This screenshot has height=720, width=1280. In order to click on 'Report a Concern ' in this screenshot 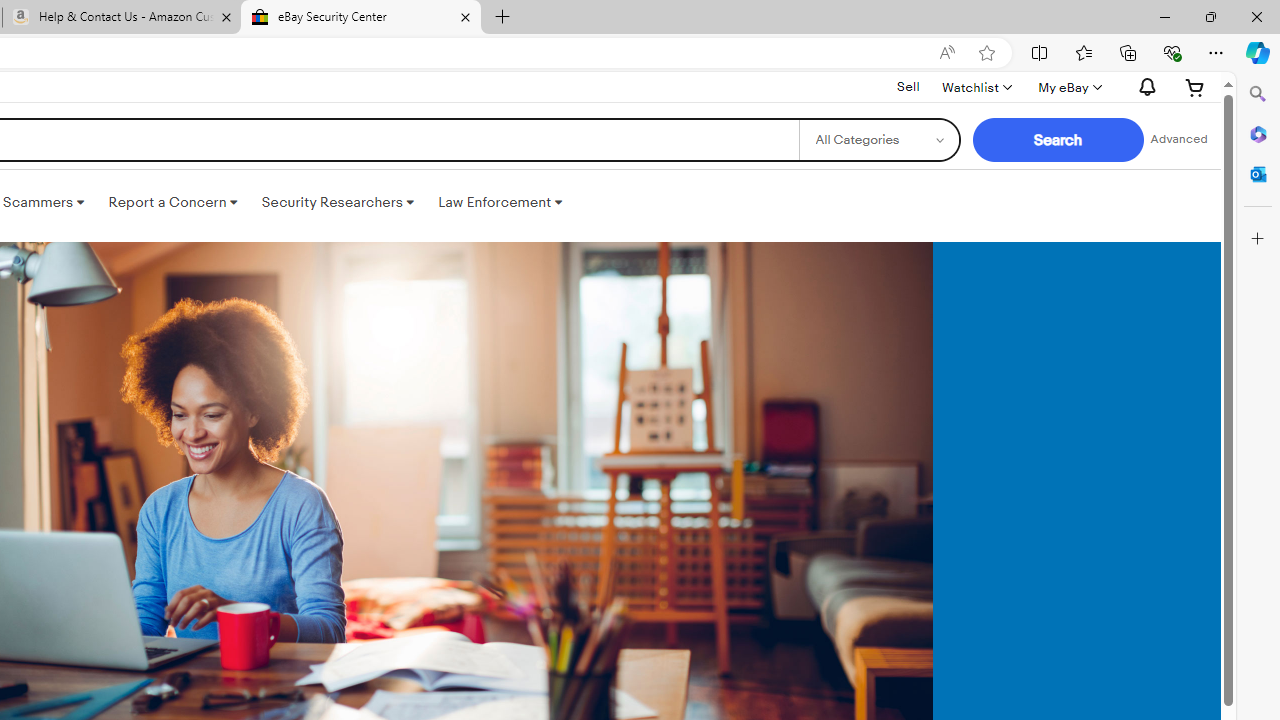, I will do `click(173, 203)`.